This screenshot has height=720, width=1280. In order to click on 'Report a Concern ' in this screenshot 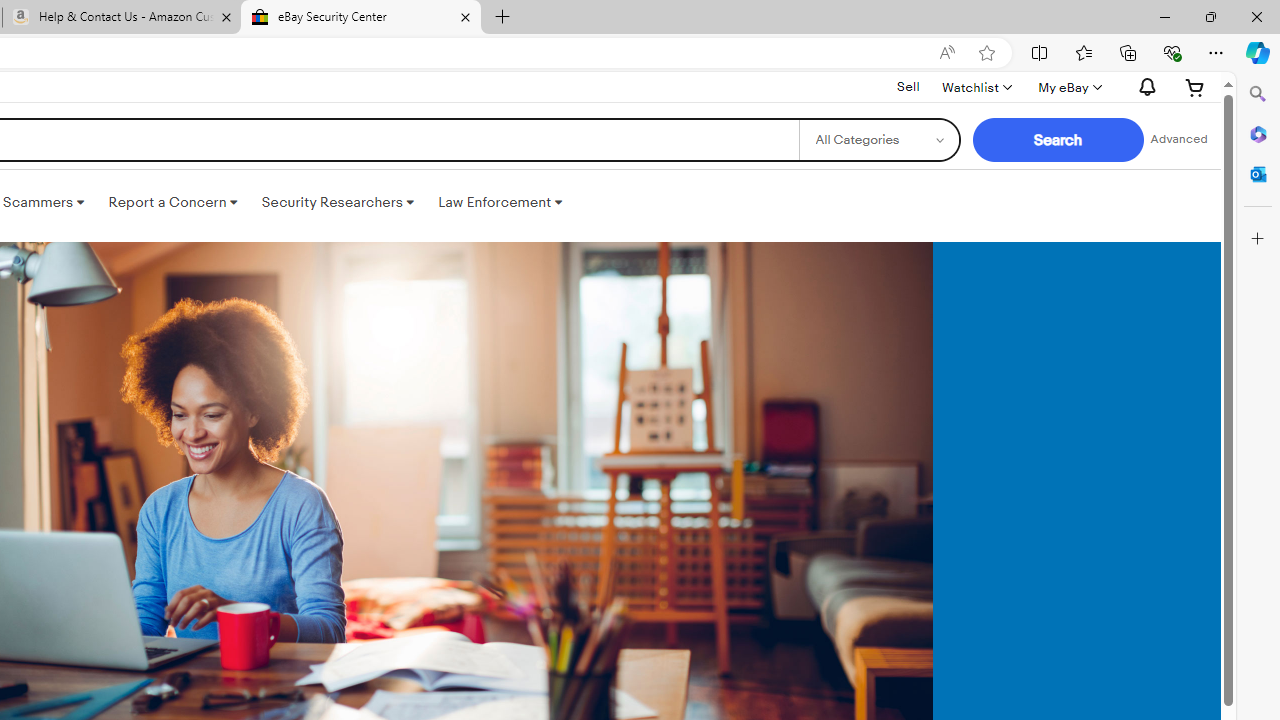, I will do `click(173, 203)`.